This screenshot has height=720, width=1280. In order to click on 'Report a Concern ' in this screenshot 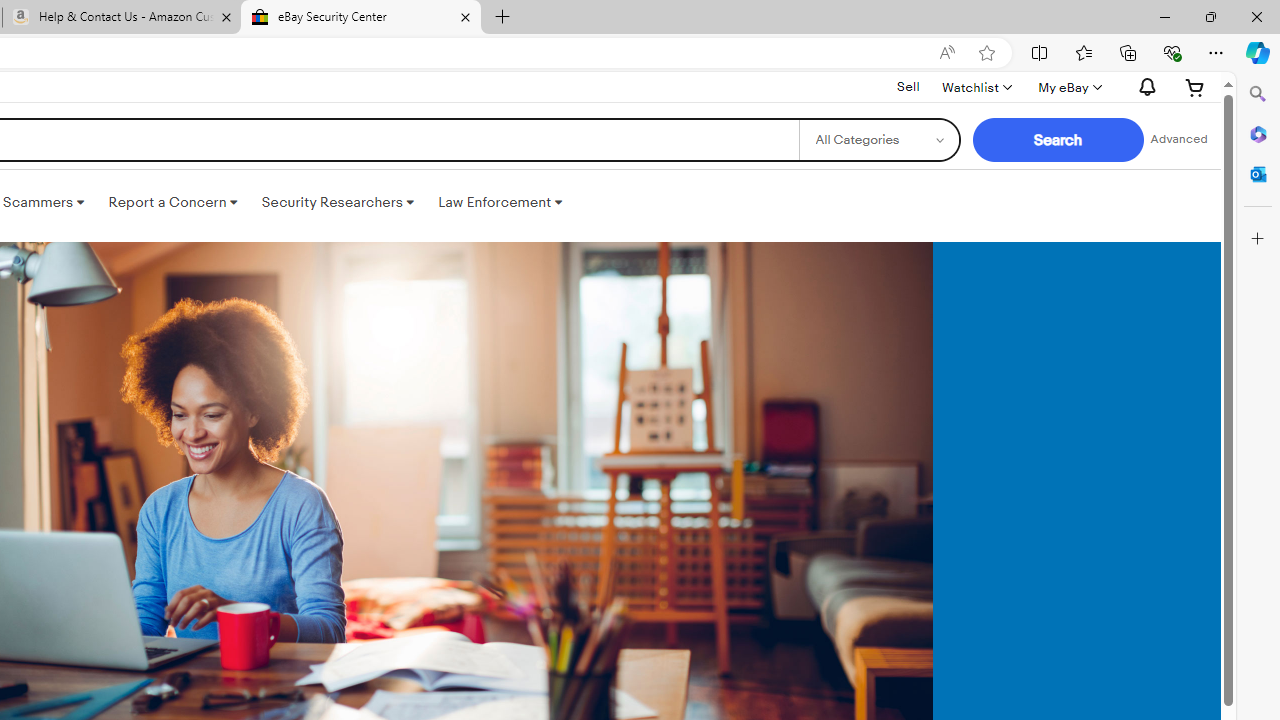, I will do `click(173, 203)`.